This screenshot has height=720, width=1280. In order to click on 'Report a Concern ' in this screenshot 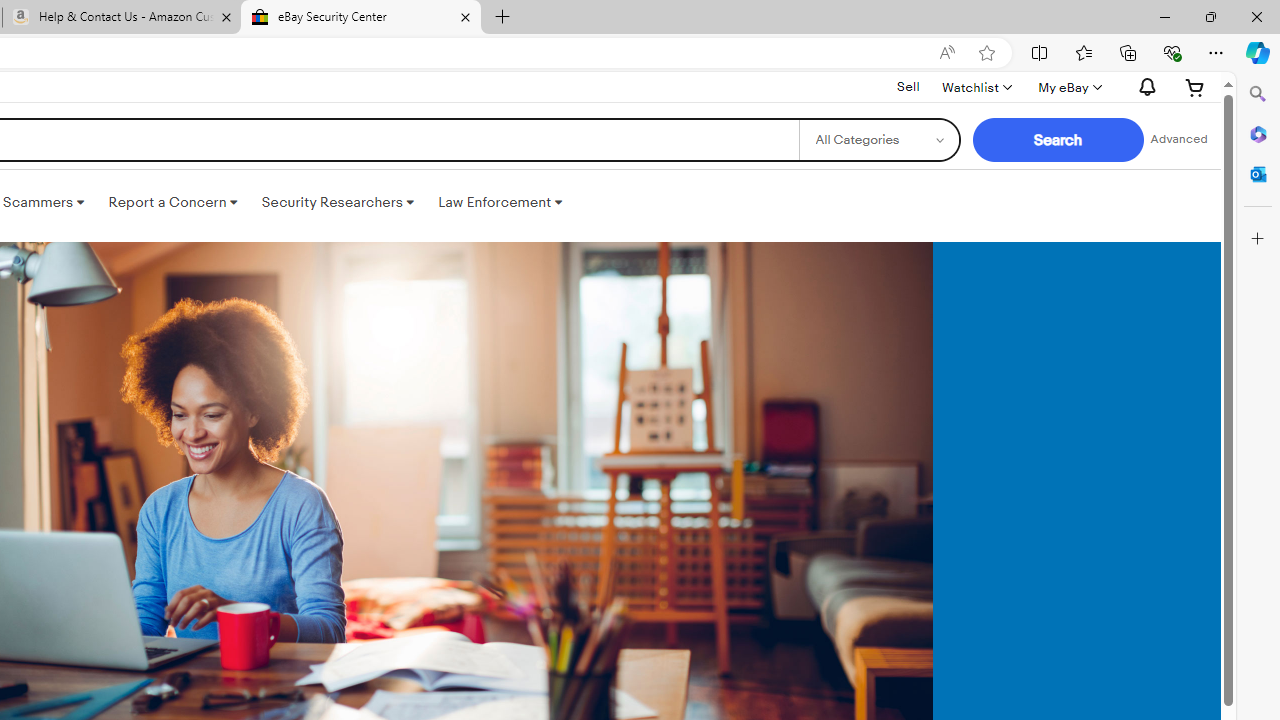, I will do `click(173, 203)`.